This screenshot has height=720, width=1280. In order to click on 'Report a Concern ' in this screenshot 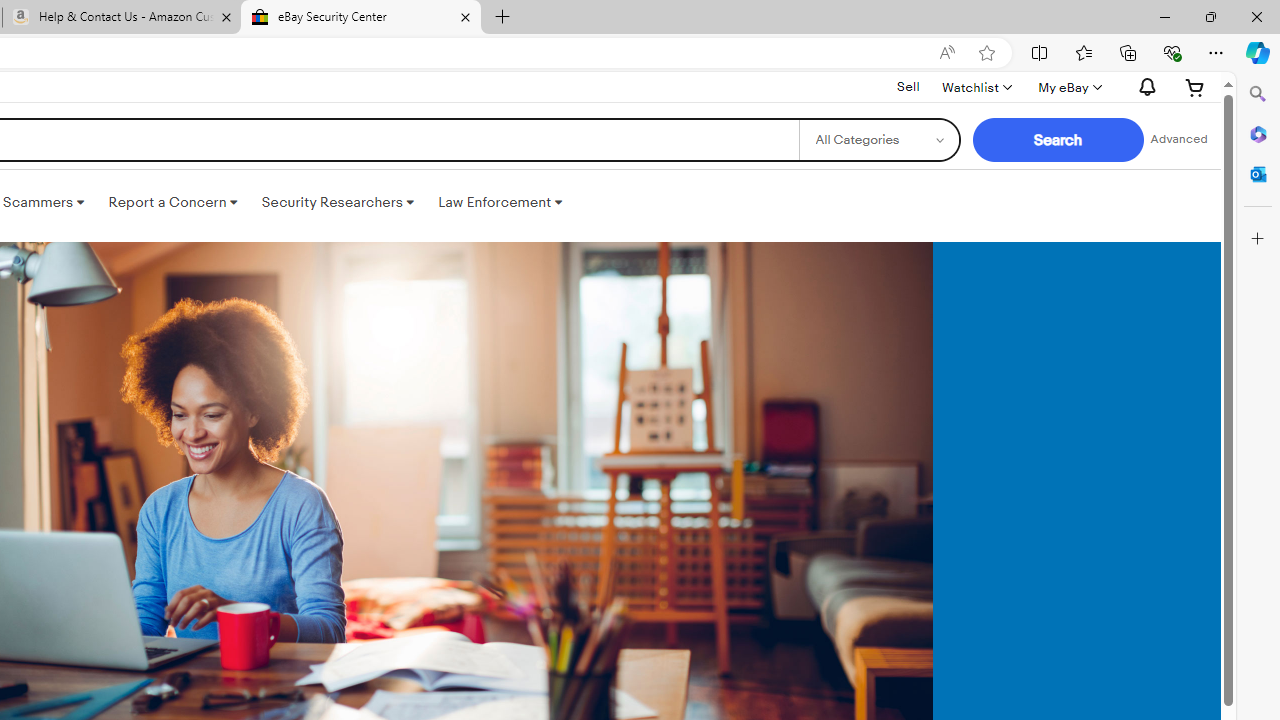, I will do `click(173, 203)`.